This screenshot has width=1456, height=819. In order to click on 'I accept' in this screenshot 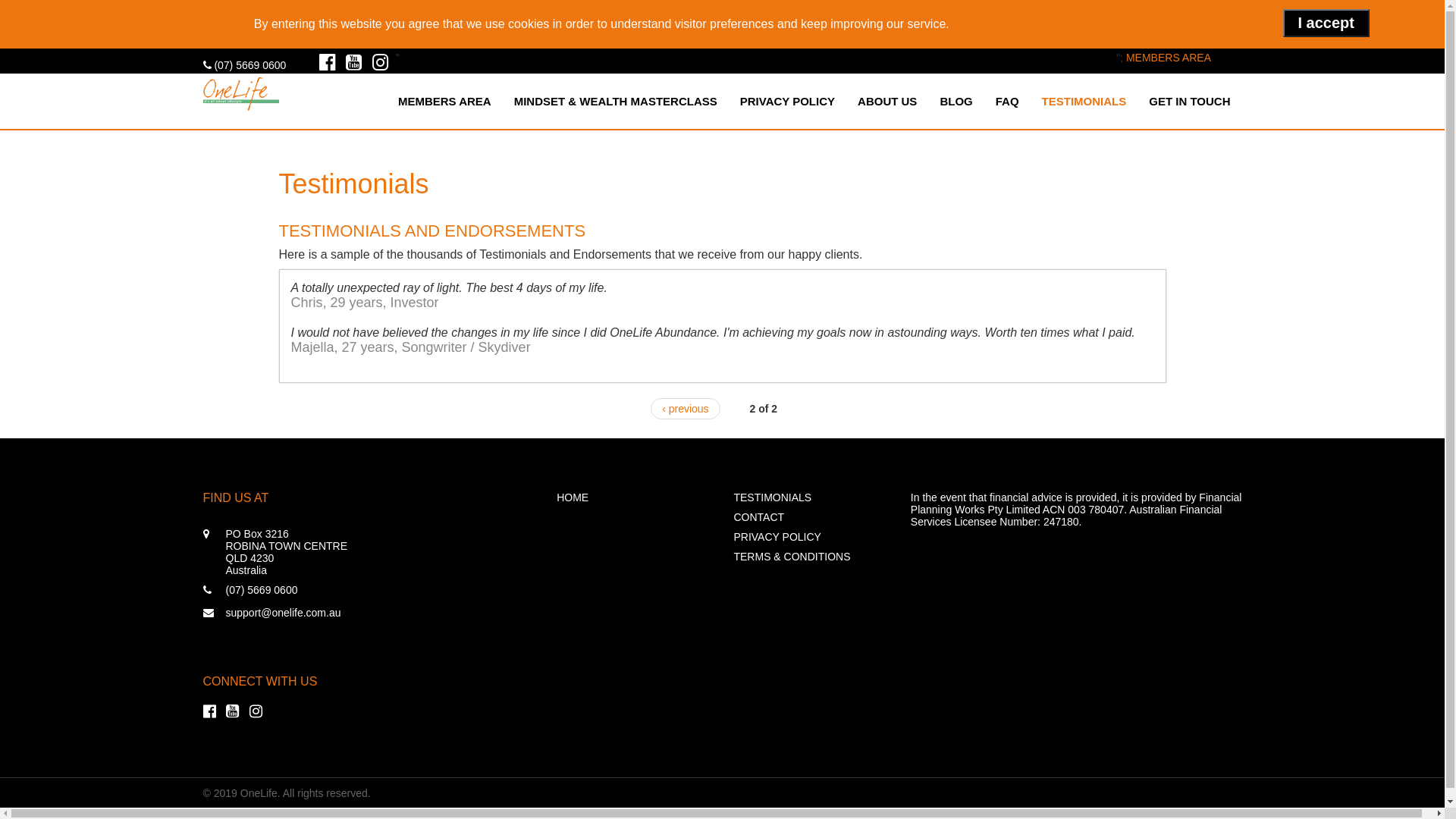, I will do `click(1282, 23)`.